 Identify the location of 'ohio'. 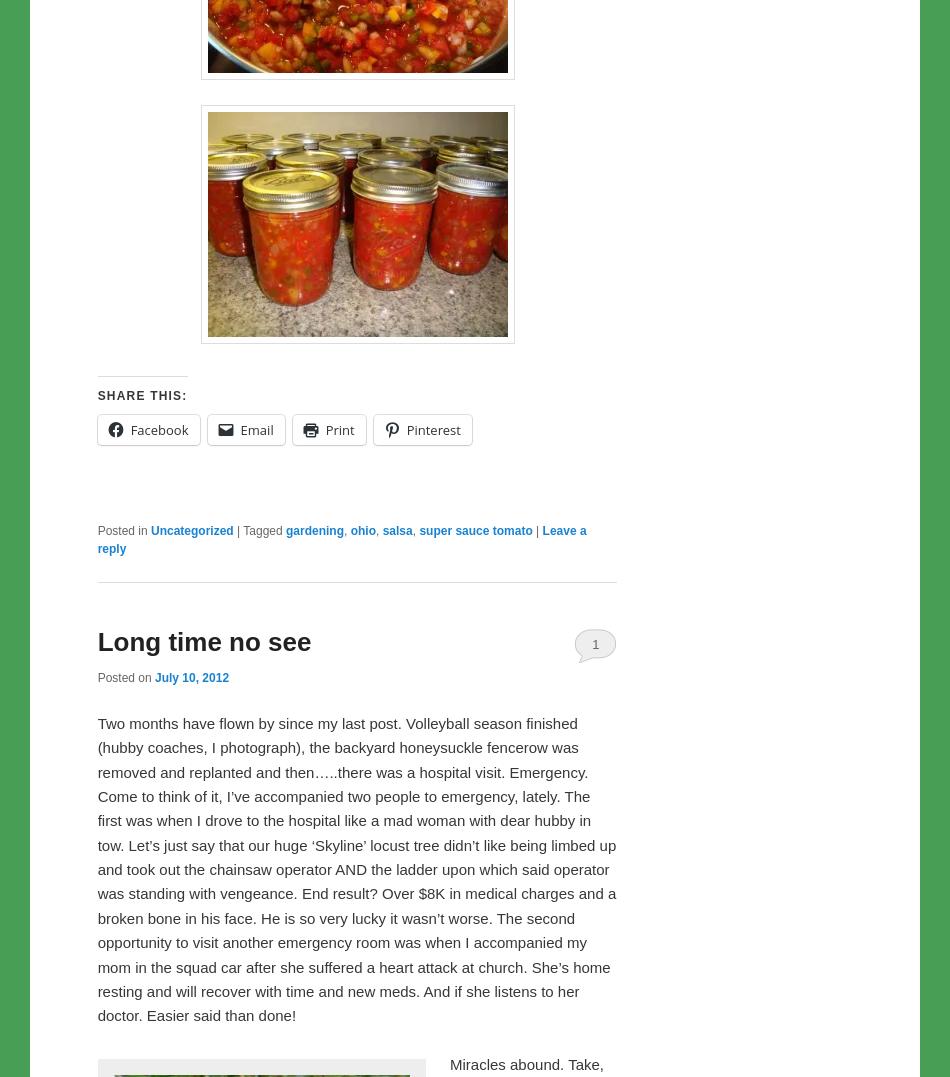
(361, 528).